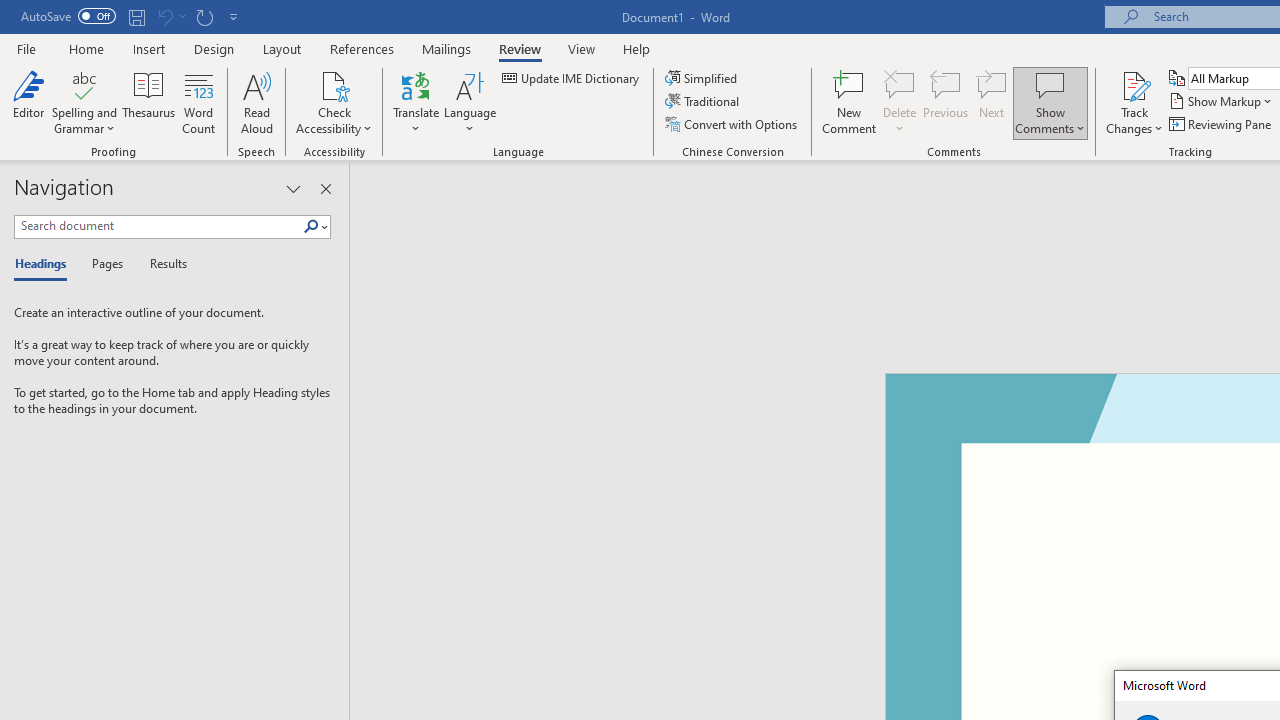  Describe the element at coordinates (1049, 84) in the screenshot. I see `'Show Comments'` at that location.